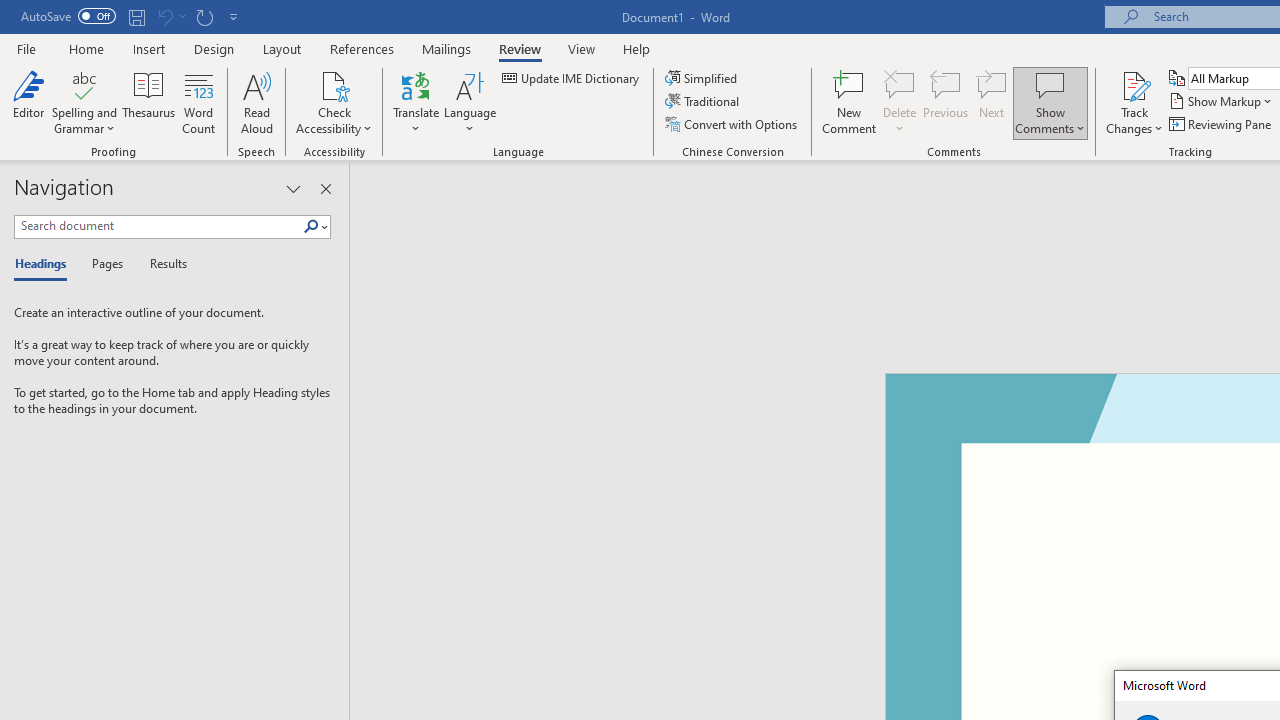  Describe the element at coordinates (1049, 84) in the screenshot. I see `'Show Comments'` at that location.